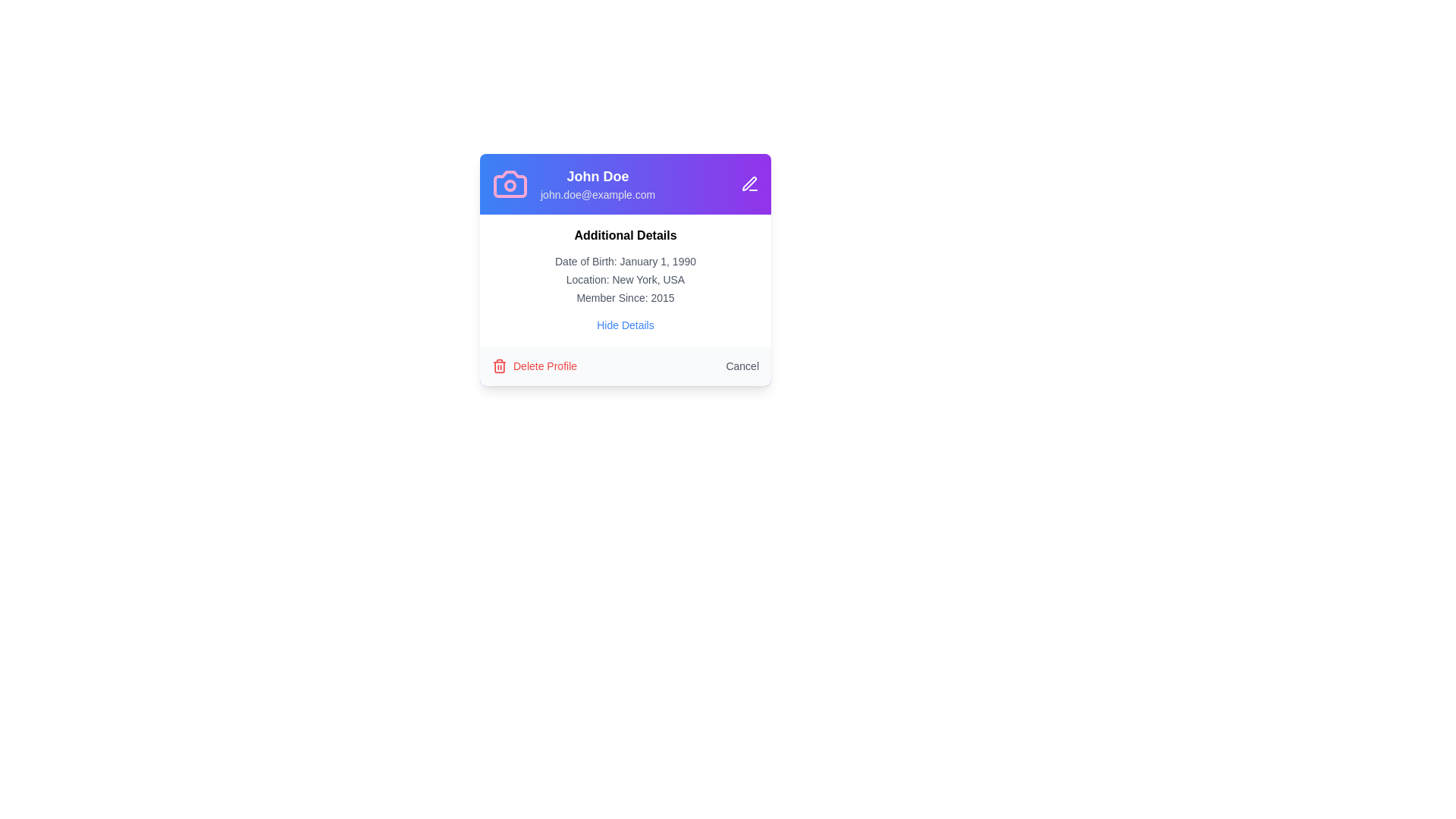  I want to click on the user identification display element that shows the user's name and email address, located near the top-left corner of the dialog box, to the right of the camera icon, so click(597, 184).